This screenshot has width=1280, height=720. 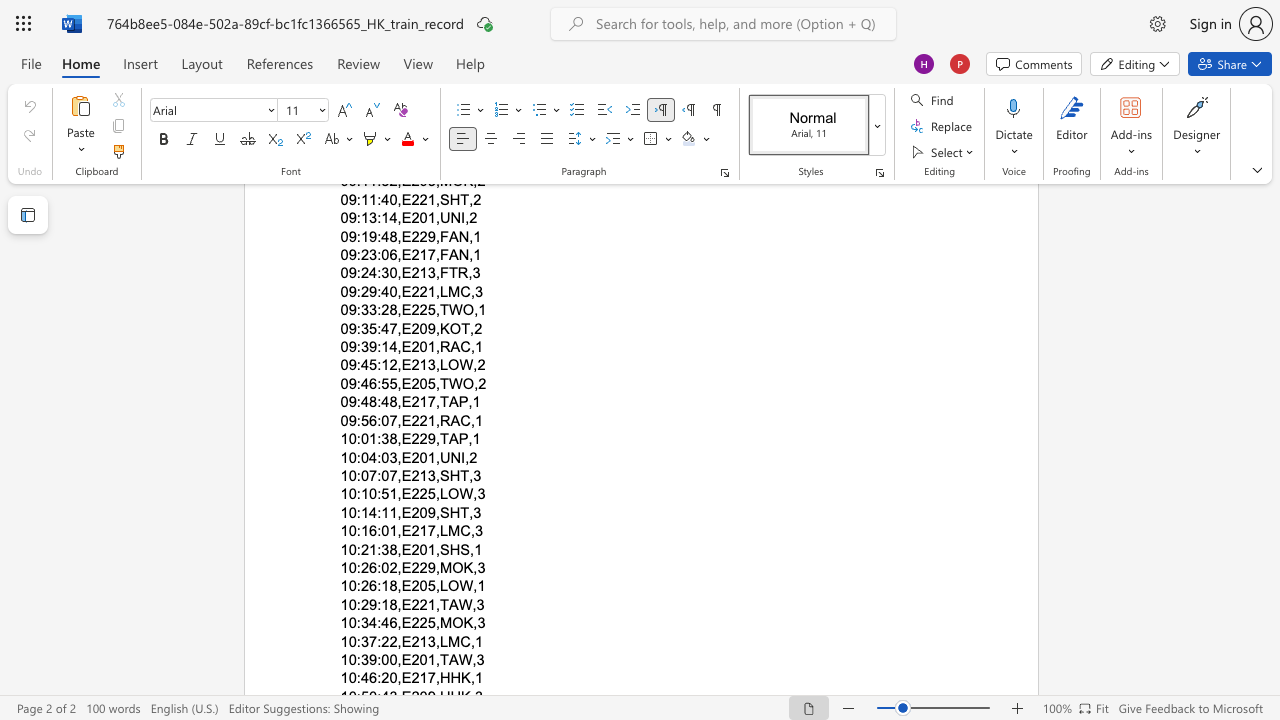 I want to click on the subset text "0:21:38,E201," within the text "10:21:38,E201,SHS,1", so click(x=348, y=549).